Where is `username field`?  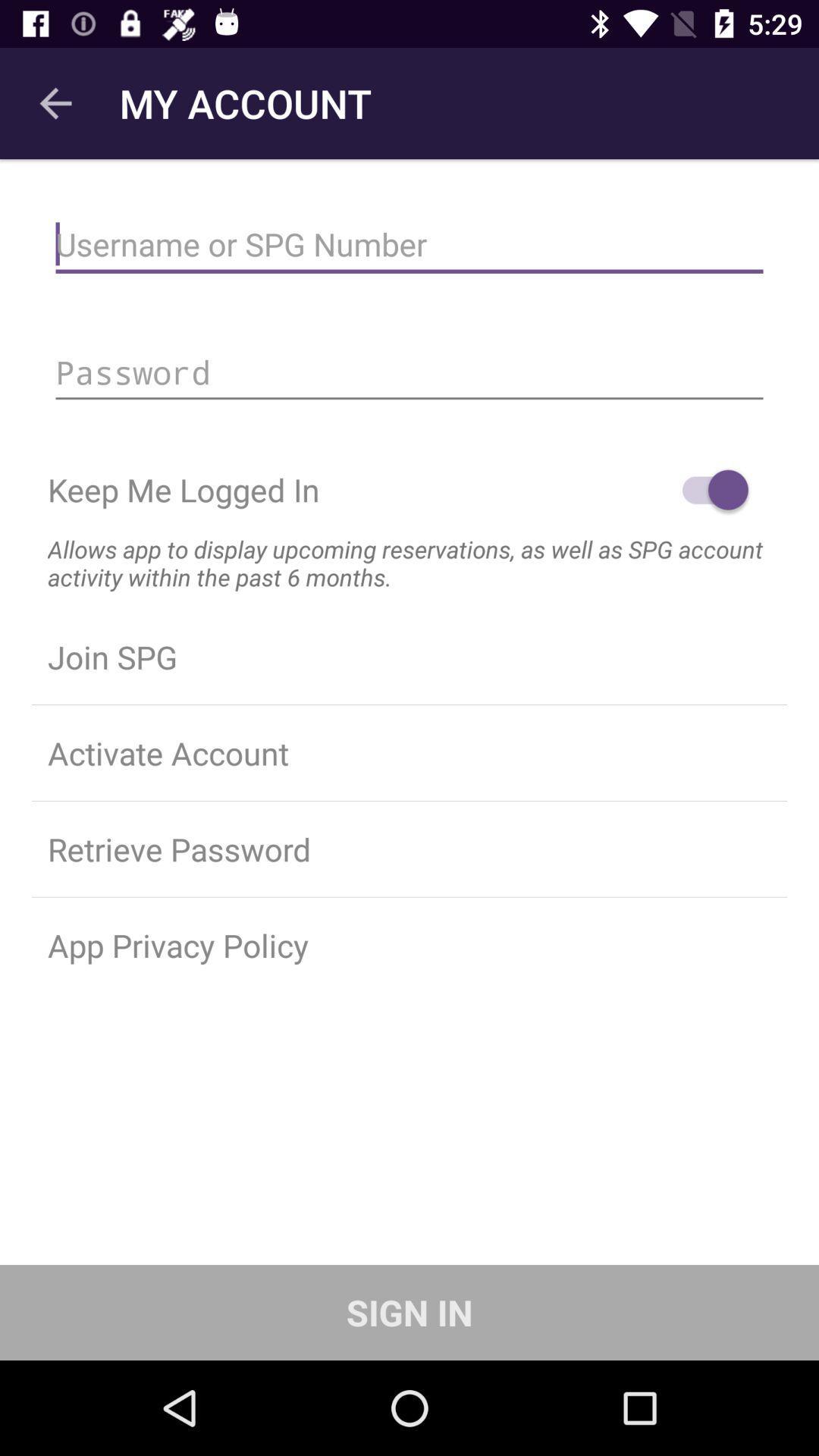 username field is located at coordinates (409, 244).